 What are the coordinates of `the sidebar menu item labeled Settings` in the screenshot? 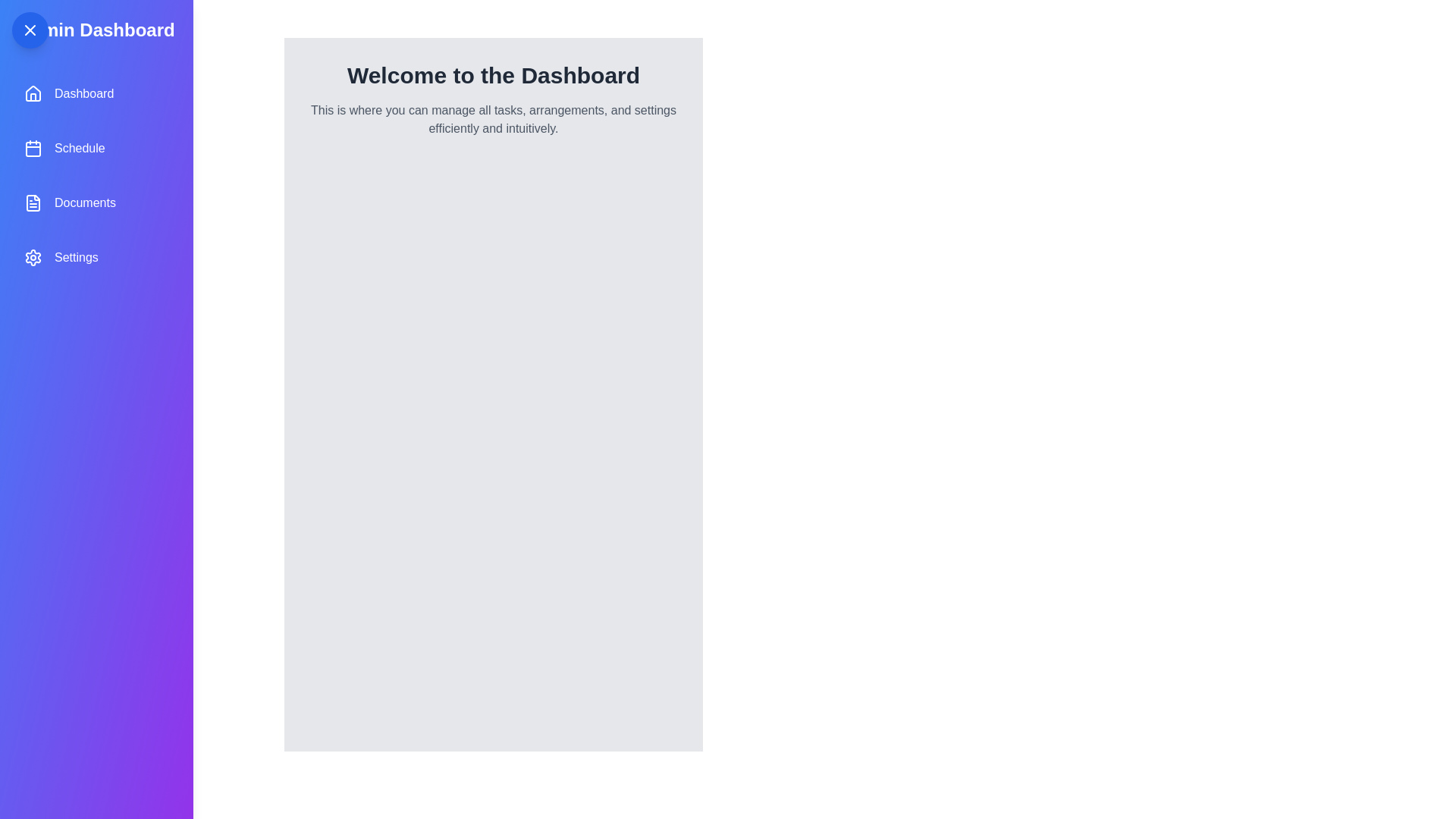 It's located at (95, 256).